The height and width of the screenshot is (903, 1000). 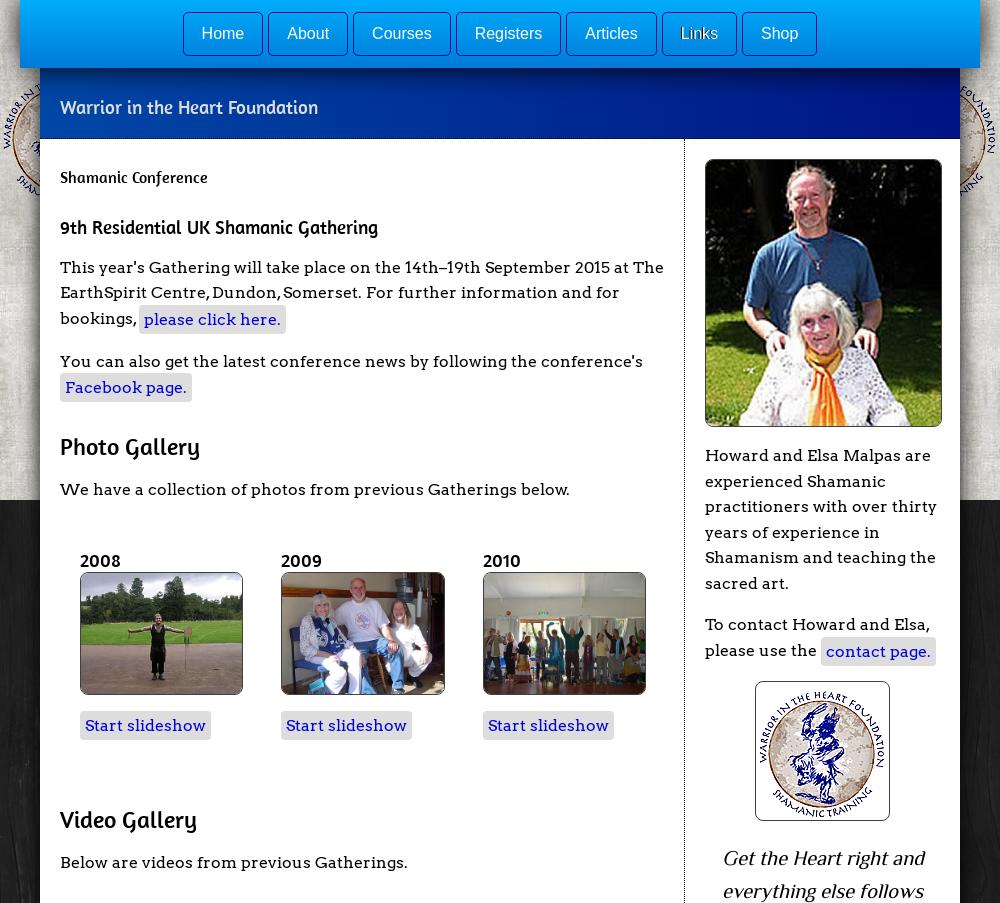 What do you see at coordinates (211, 317) in the screenshot?
I see `'please click here.'` at bounding box center [211, 317].